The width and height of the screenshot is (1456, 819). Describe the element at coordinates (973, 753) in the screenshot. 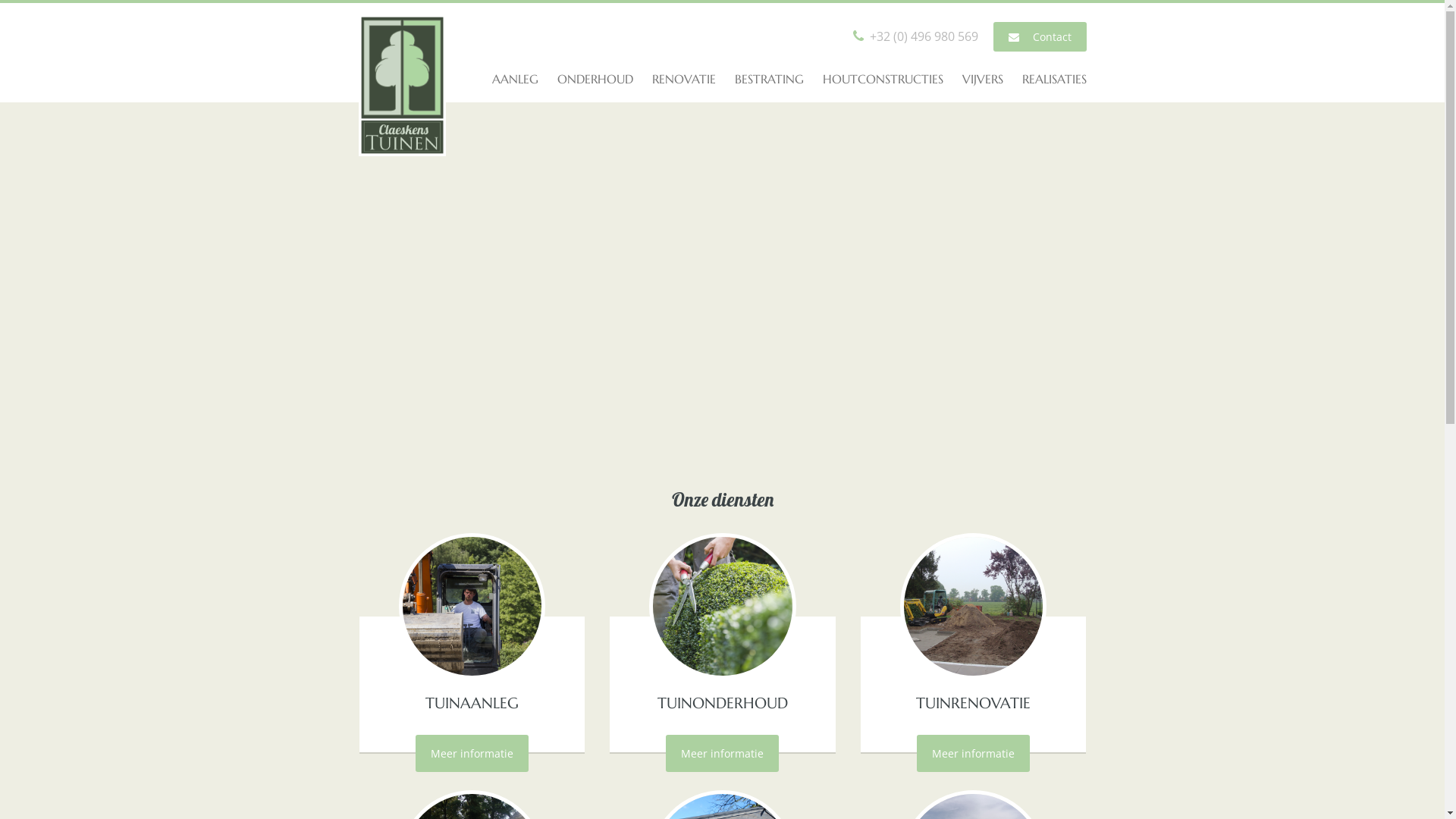

I see `'Meer informatie'` at that location.